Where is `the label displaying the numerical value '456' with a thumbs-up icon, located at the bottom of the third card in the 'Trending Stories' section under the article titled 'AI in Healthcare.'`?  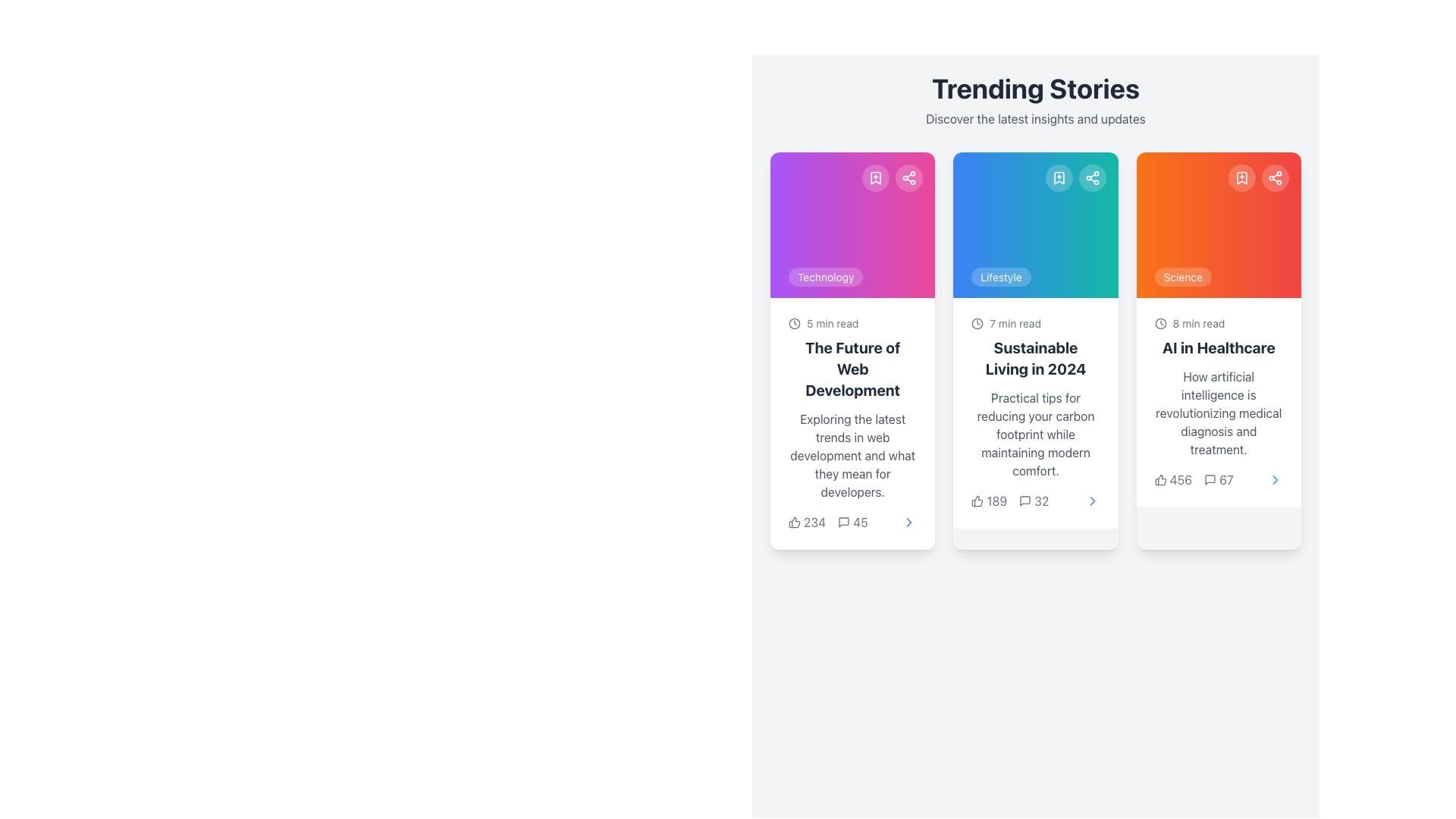
the label displaying the numerical value '456' with a thumbs-up icon, located at the bottom of the third card in the 'Trending Stories' section under the article titled 'AI in Healthcare.' is located at coordinates (1193, 479).